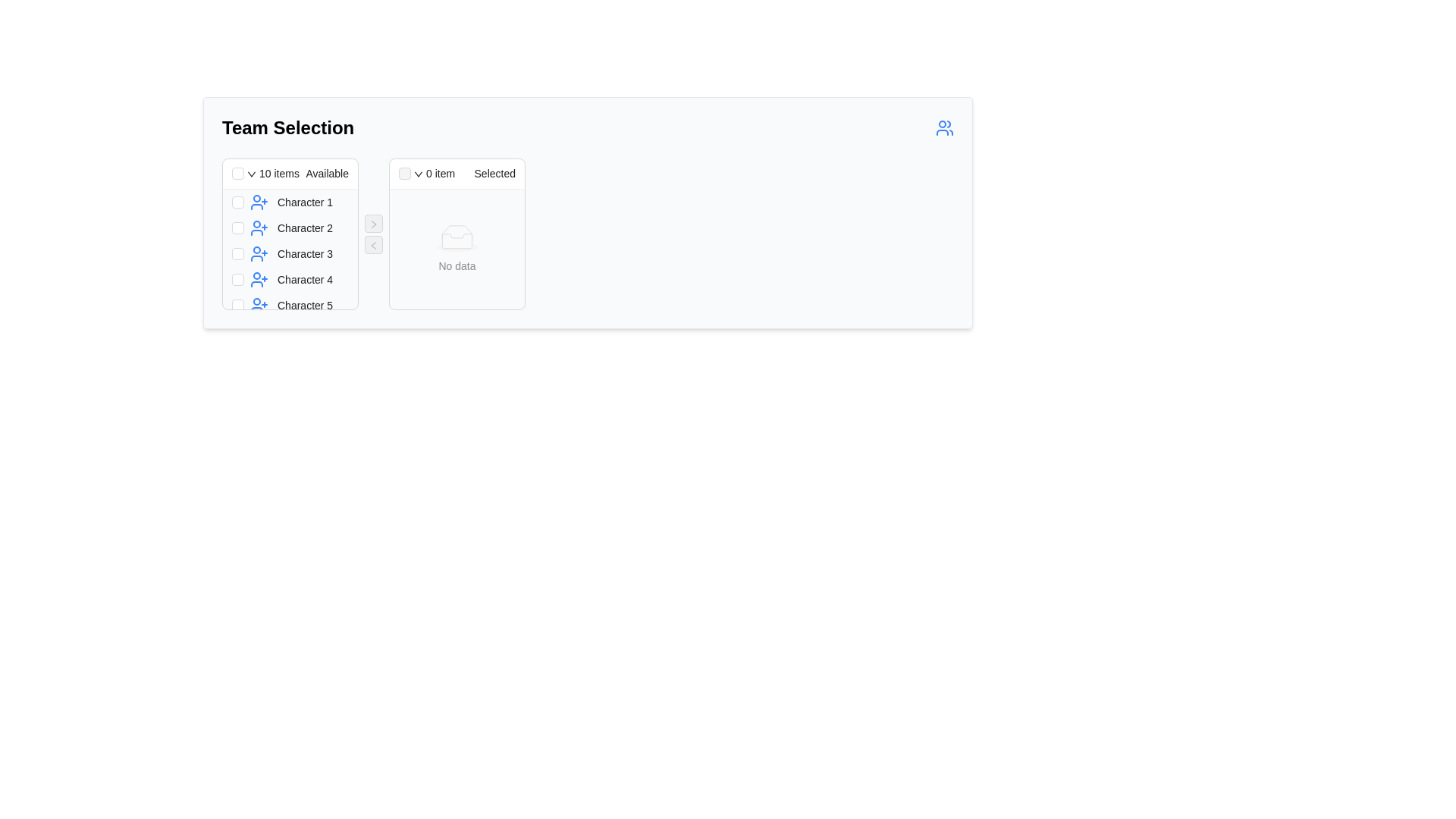 This screenshot has height=819, width=1456. I want to click on the checkbox for 'Character 2' in the 'Team Selection' dialog, so click(237, 227).